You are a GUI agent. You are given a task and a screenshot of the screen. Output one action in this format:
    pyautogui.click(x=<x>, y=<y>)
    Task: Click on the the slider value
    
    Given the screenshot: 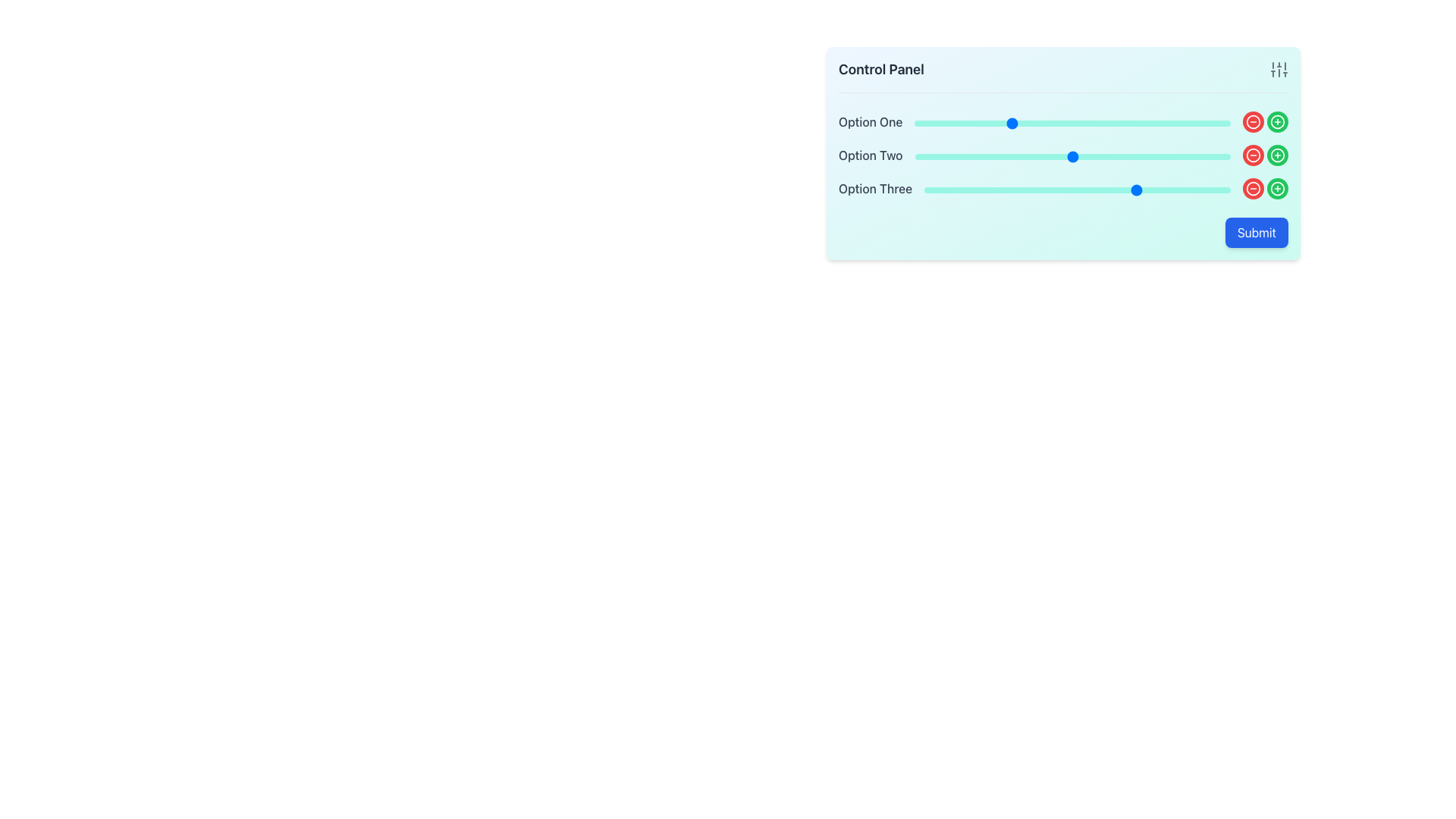 What is the action you would take?
    pyautogui.click(x=966, y=189)
    